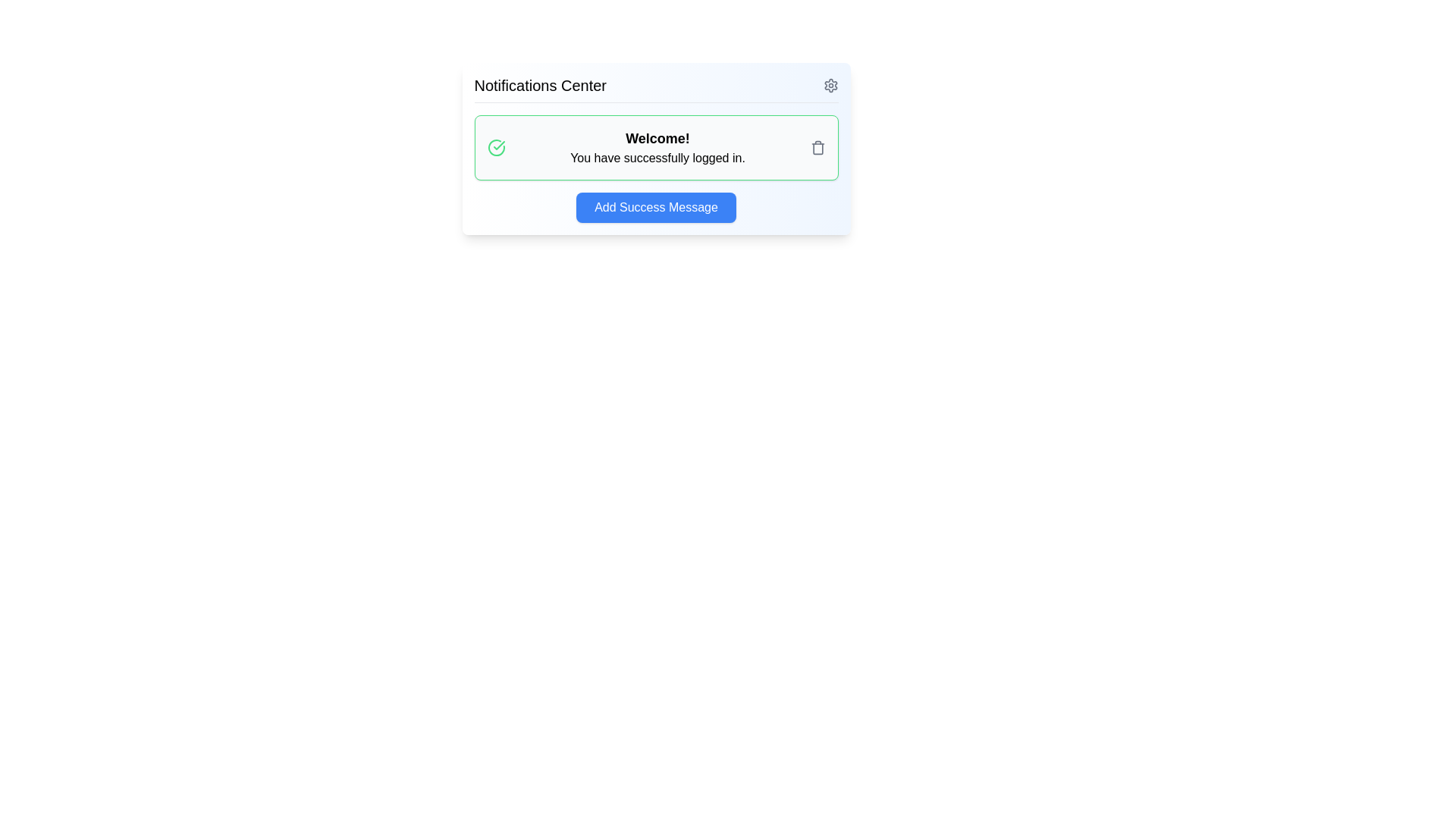 Image resolution: width=1456 pixels, height=819 pixels. What do you see at coordinates (657, 148) in the screenshot?
I see `congratulatory message displayed in the largest static text element located in the center of the interface, positioned to the right of a circular icon` at bounding box center [657, 148].